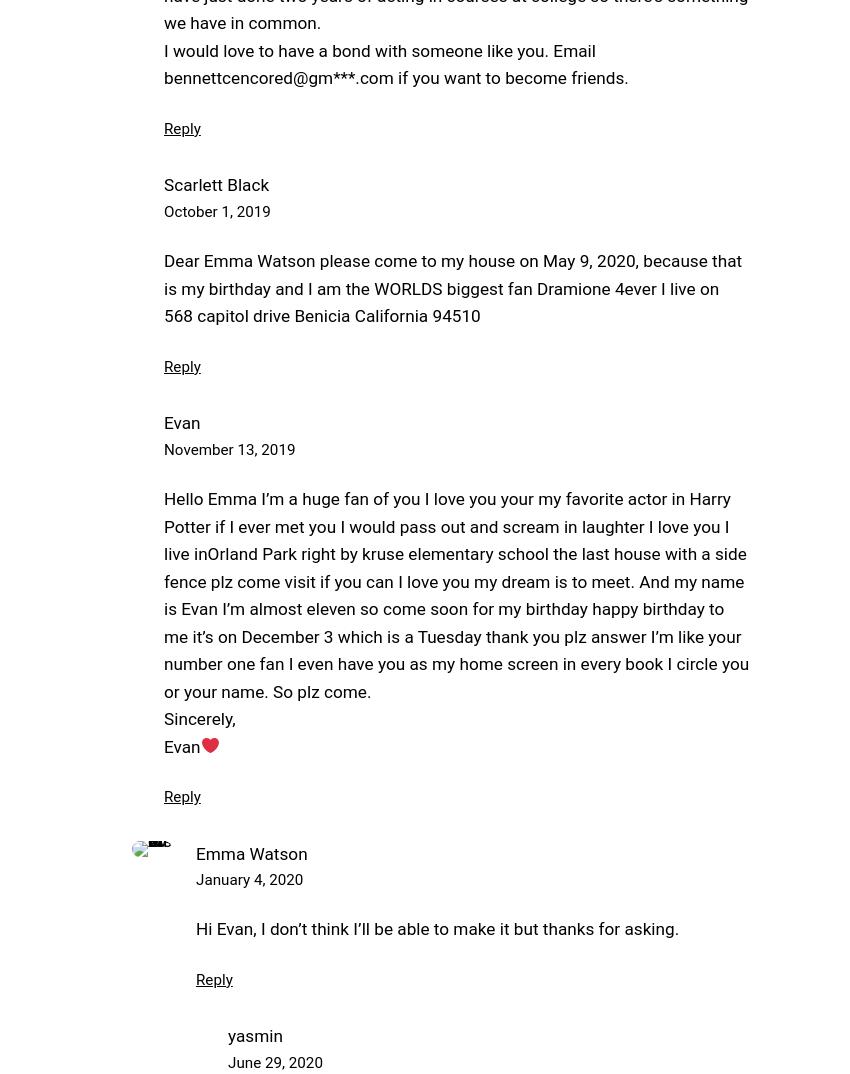 This screenshot has height=1074, width=850. What do you see at coordinates (216, 185) in the screenshot?
I see `'Scarlett Black'` at bounding box center [216, 185].